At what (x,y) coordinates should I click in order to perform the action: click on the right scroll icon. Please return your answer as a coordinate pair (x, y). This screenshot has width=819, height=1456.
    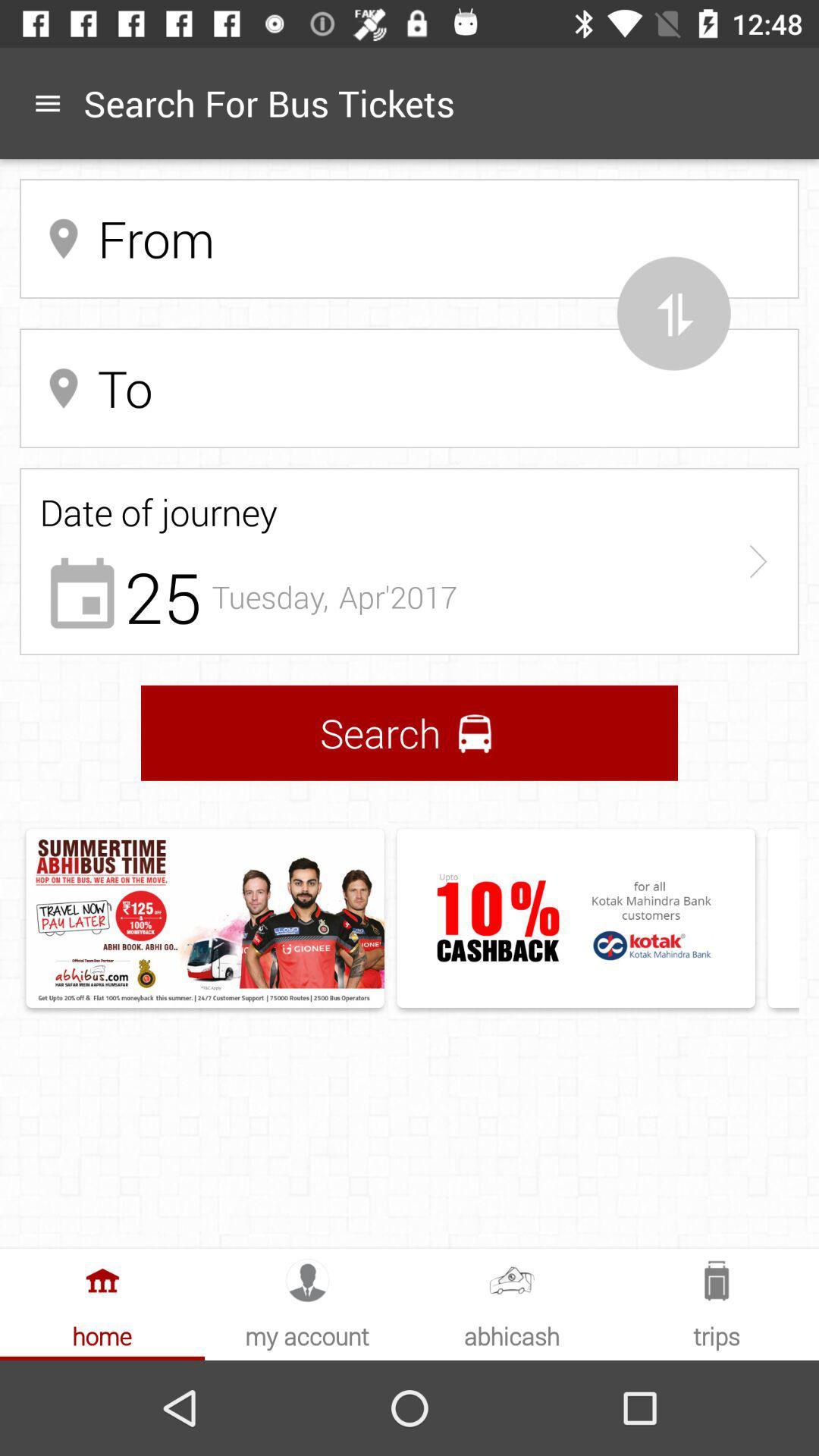
    Looking at the image, I should click on (758, 560).